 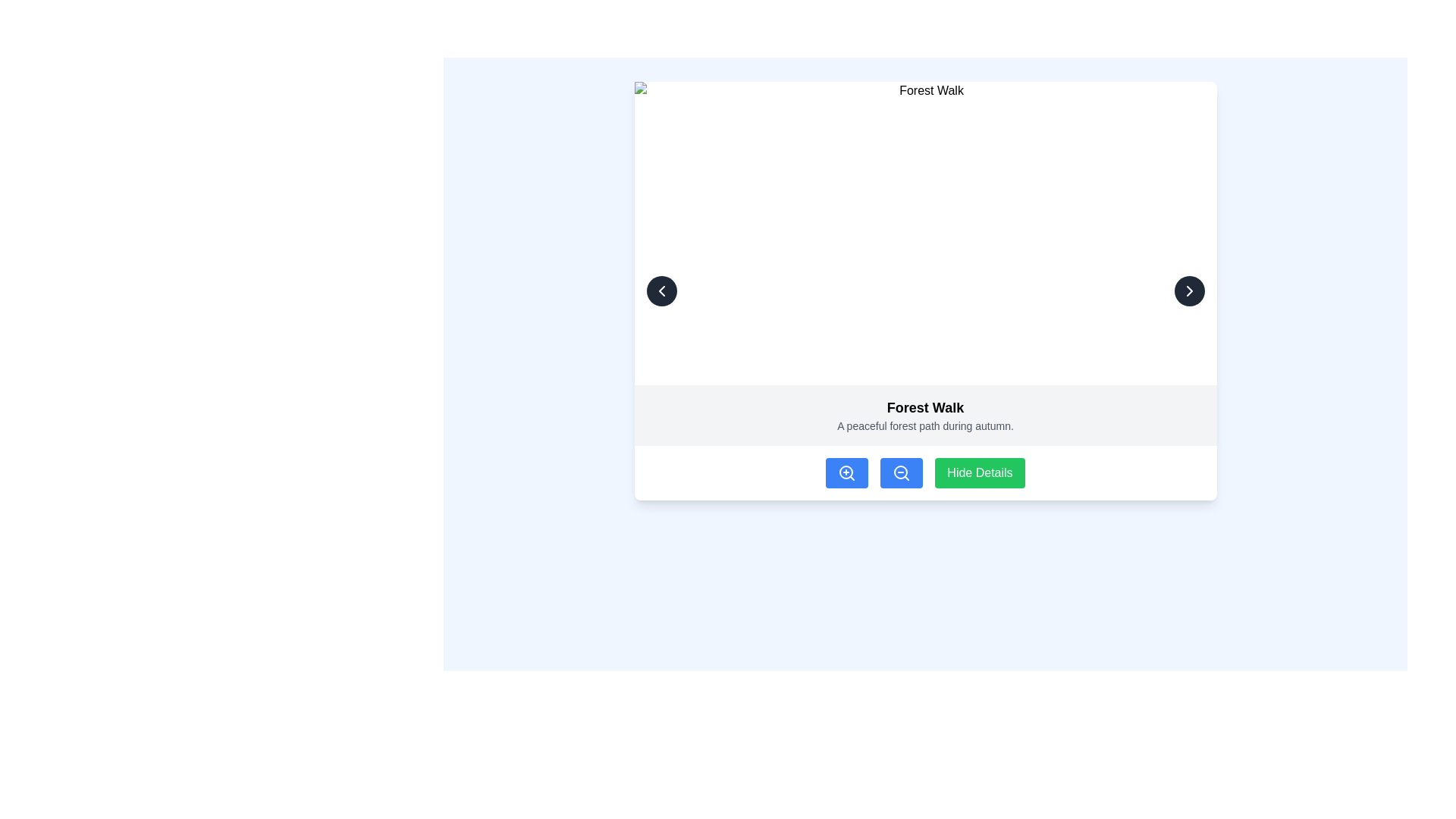 I want to click on the zoom in button located in the bottom bar of the interface, which is the leftmost icon in a group of three buttons, to enhance visibility or provide more detail, so click(x=846, y=472).